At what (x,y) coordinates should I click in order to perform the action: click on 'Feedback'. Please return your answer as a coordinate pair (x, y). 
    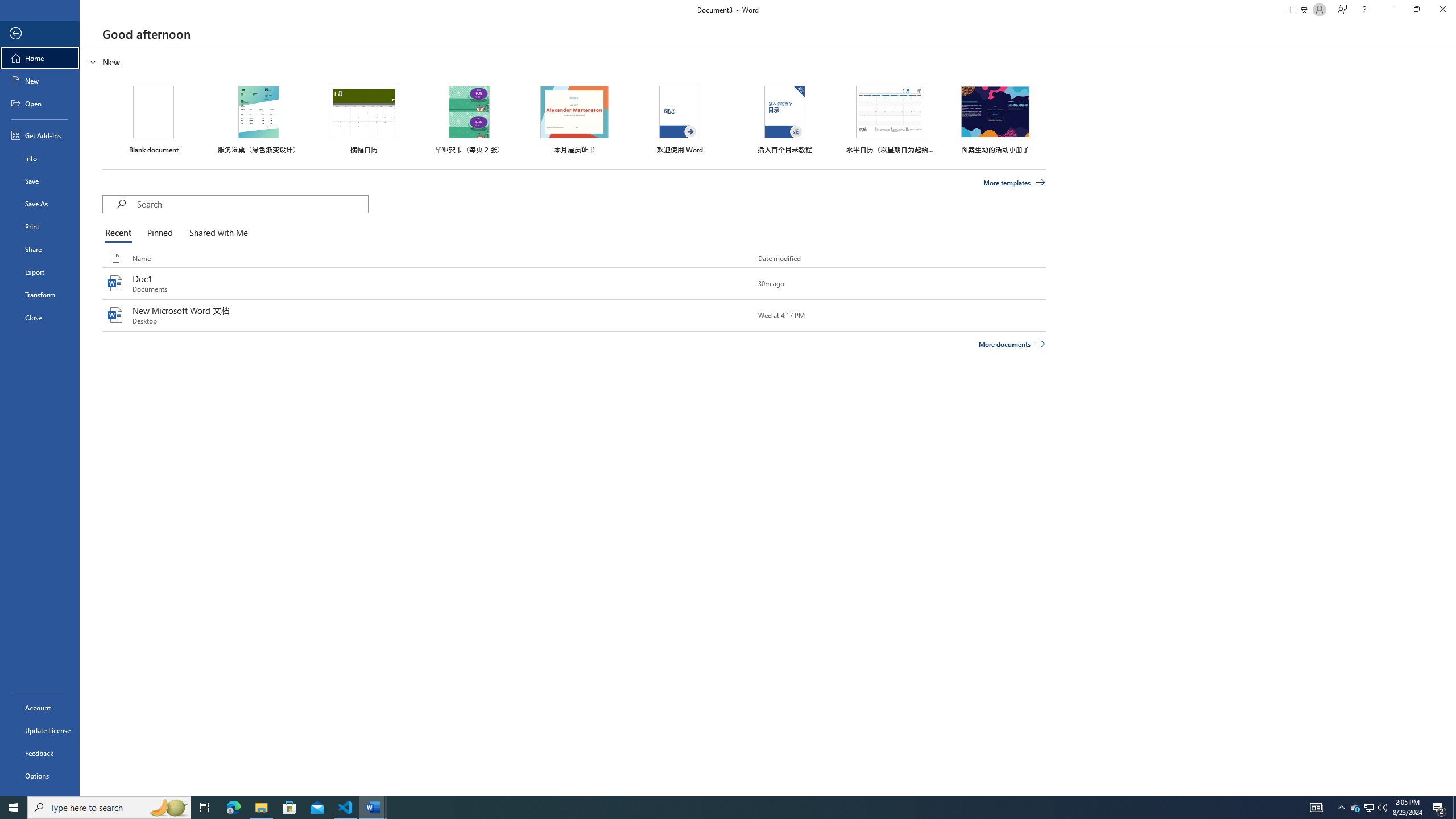
    Looking at the image, I should click on (39, 753).